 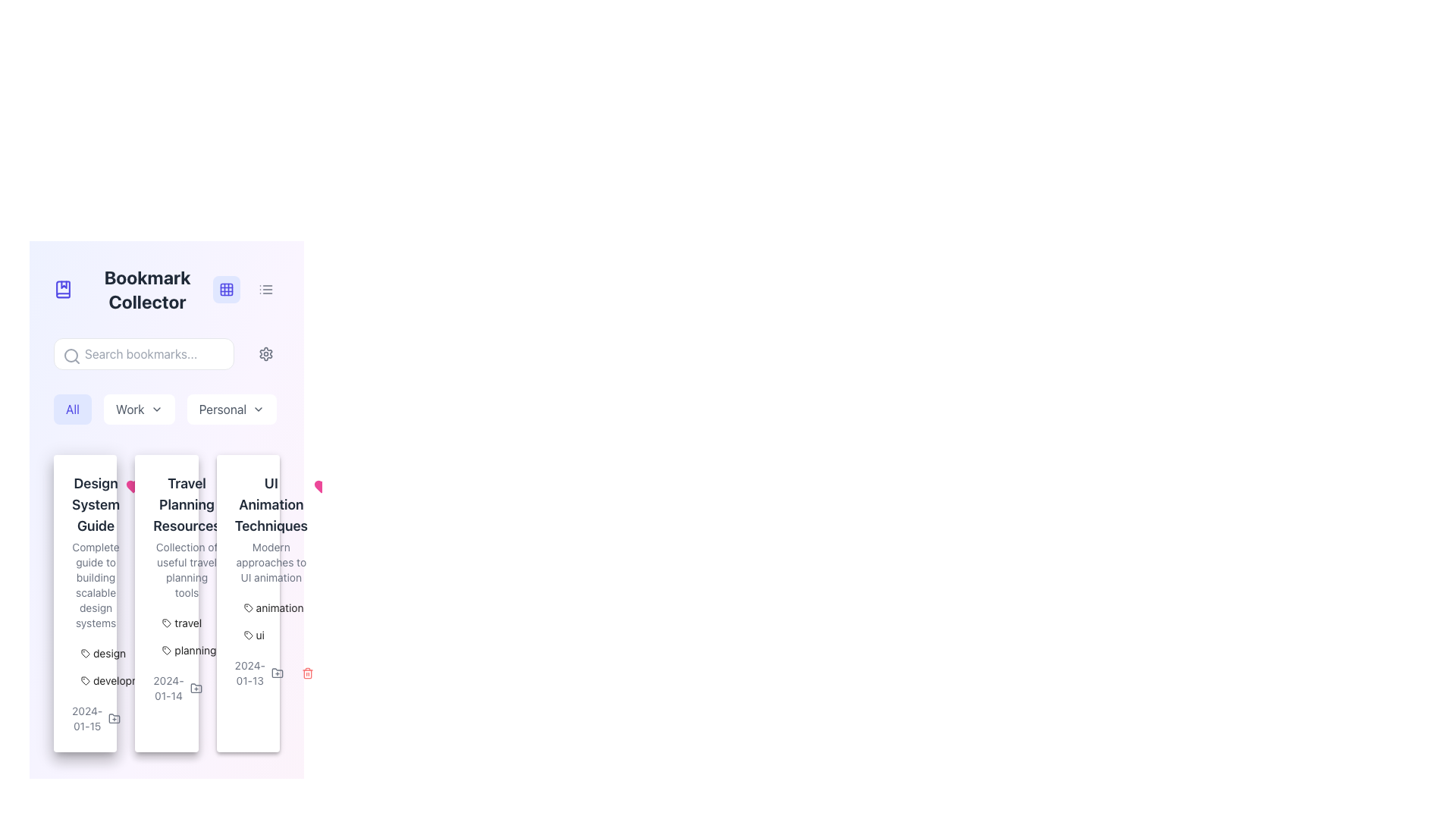 What do you see at coordinates (139, 409) in the screenshot?
I see `the Dropdown button located in the second position of the horizontal list below the search bar for keyboard interaction` at bounding box center [139, 409].